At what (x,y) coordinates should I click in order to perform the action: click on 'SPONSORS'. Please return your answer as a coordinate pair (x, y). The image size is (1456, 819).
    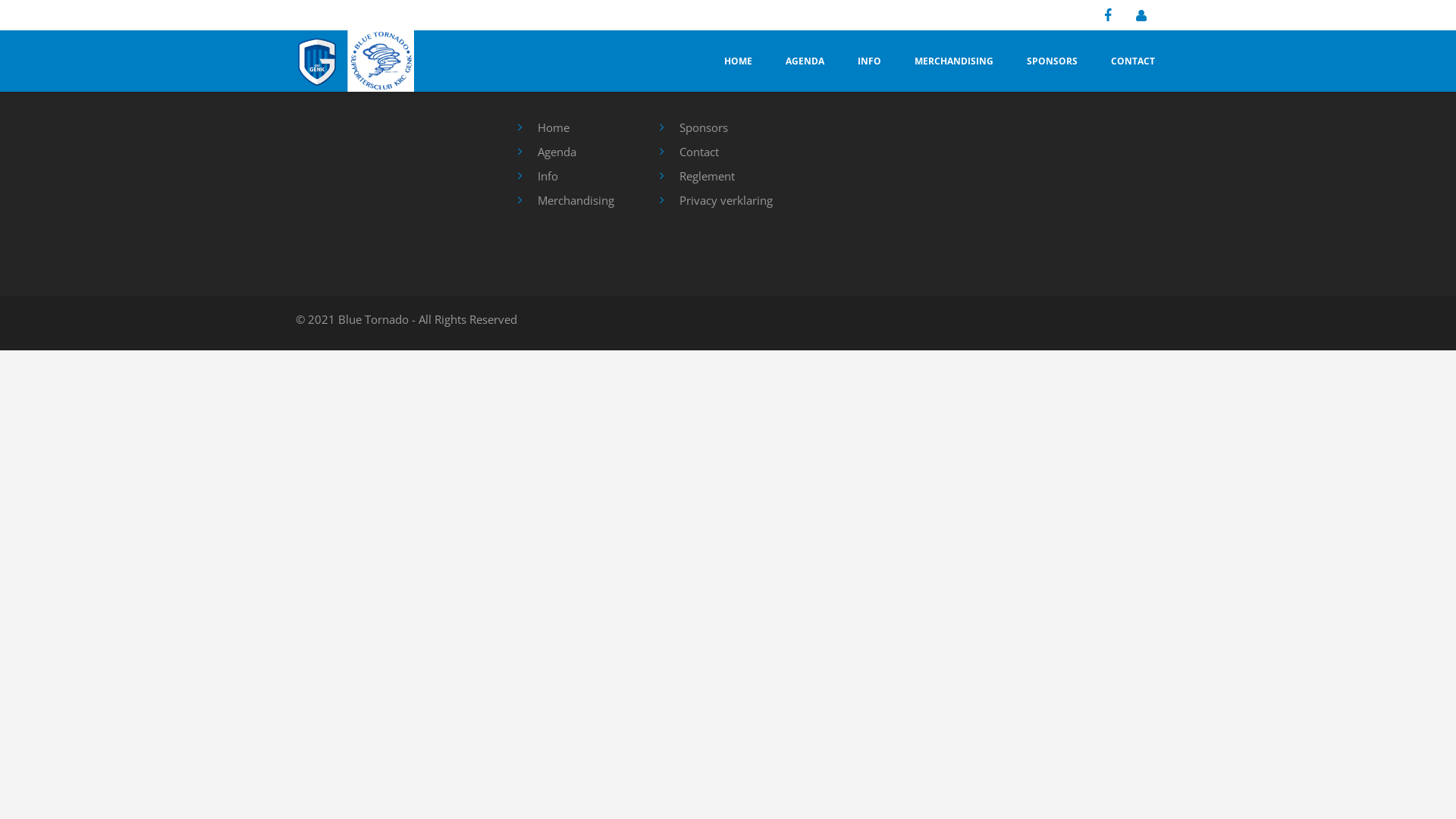
    Looking at the image, I should click on (1051, 60).